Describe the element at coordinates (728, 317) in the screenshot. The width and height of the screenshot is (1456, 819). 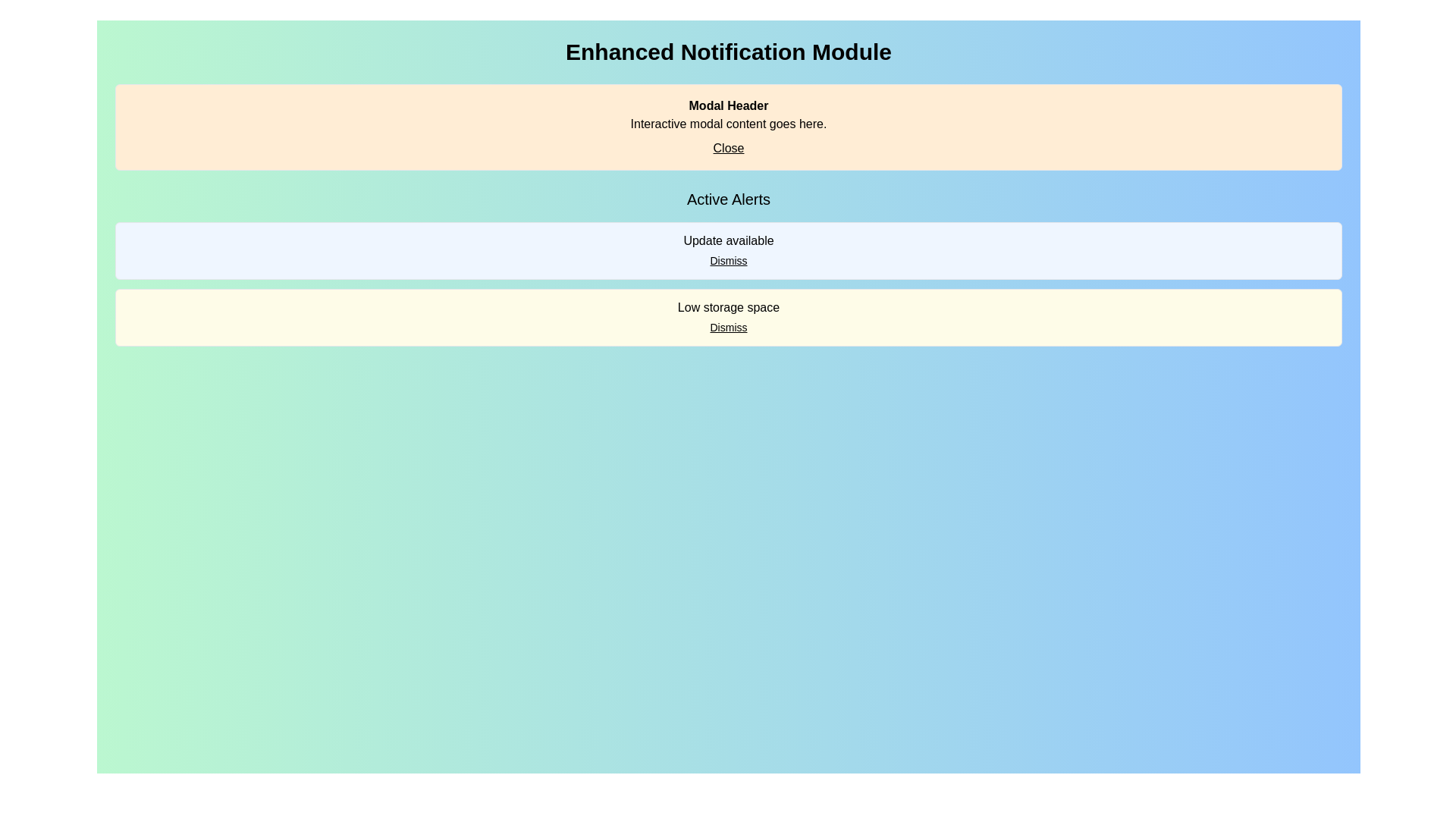
I see `the second notification card in the 'Active Alerts' section, which alerts the user about low storage space` at that location.